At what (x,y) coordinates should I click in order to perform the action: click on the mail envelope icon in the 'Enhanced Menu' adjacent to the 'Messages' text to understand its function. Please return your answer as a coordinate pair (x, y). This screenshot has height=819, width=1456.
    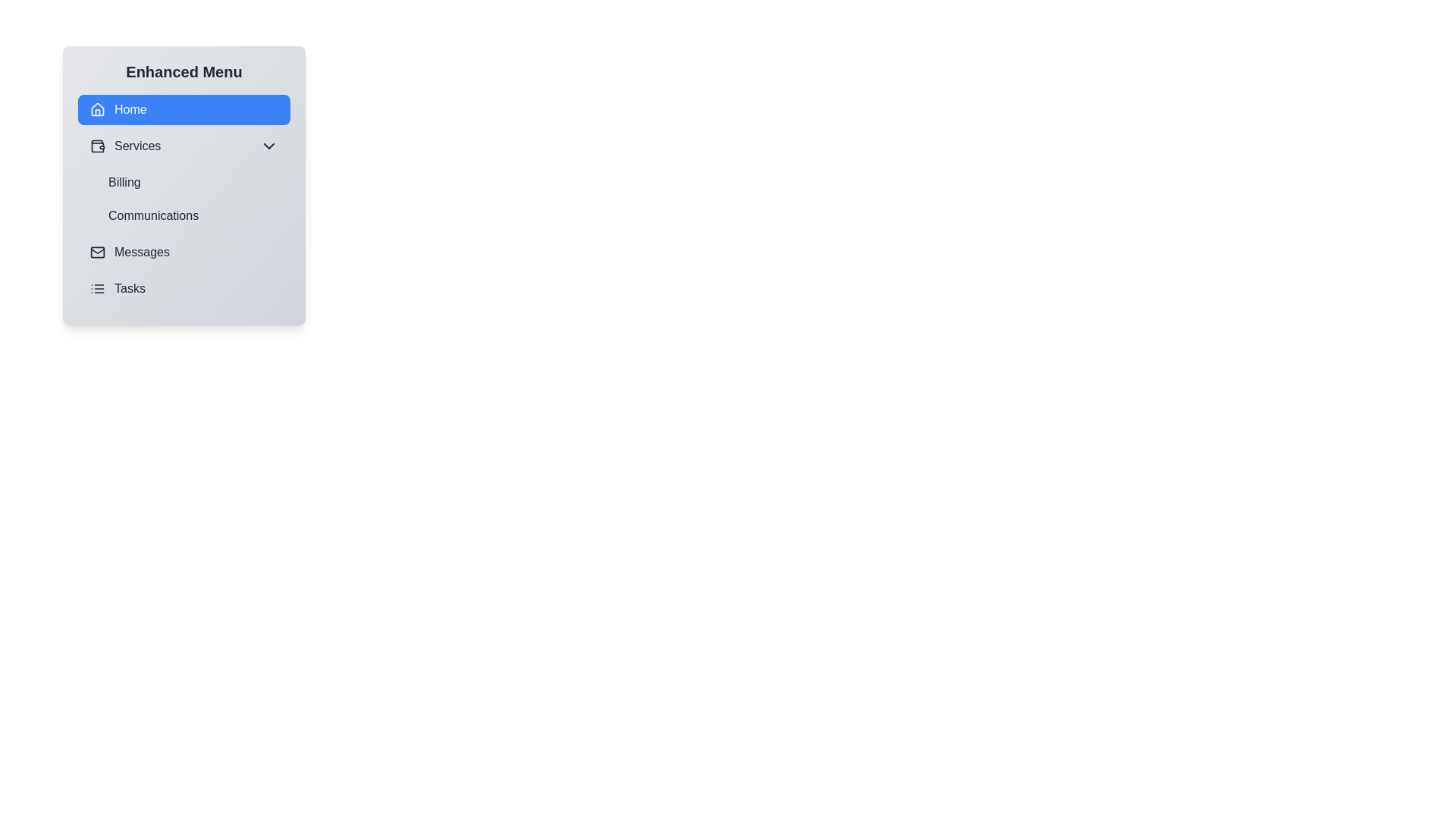
    Looking at the image, I should click on (97, 251).